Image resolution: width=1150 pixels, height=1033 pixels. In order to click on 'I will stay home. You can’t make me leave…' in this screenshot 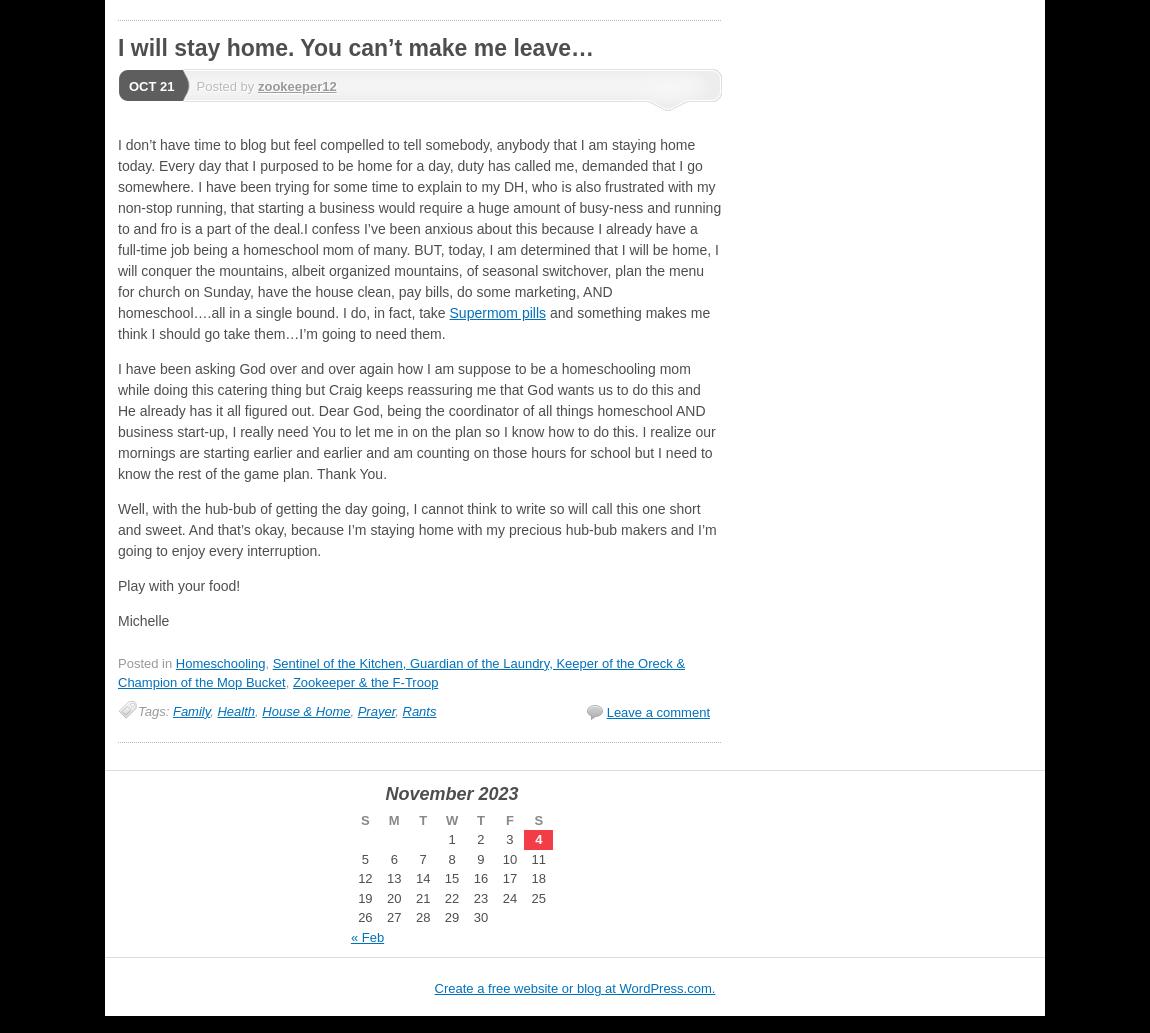, I will do `click(116, 48)`.